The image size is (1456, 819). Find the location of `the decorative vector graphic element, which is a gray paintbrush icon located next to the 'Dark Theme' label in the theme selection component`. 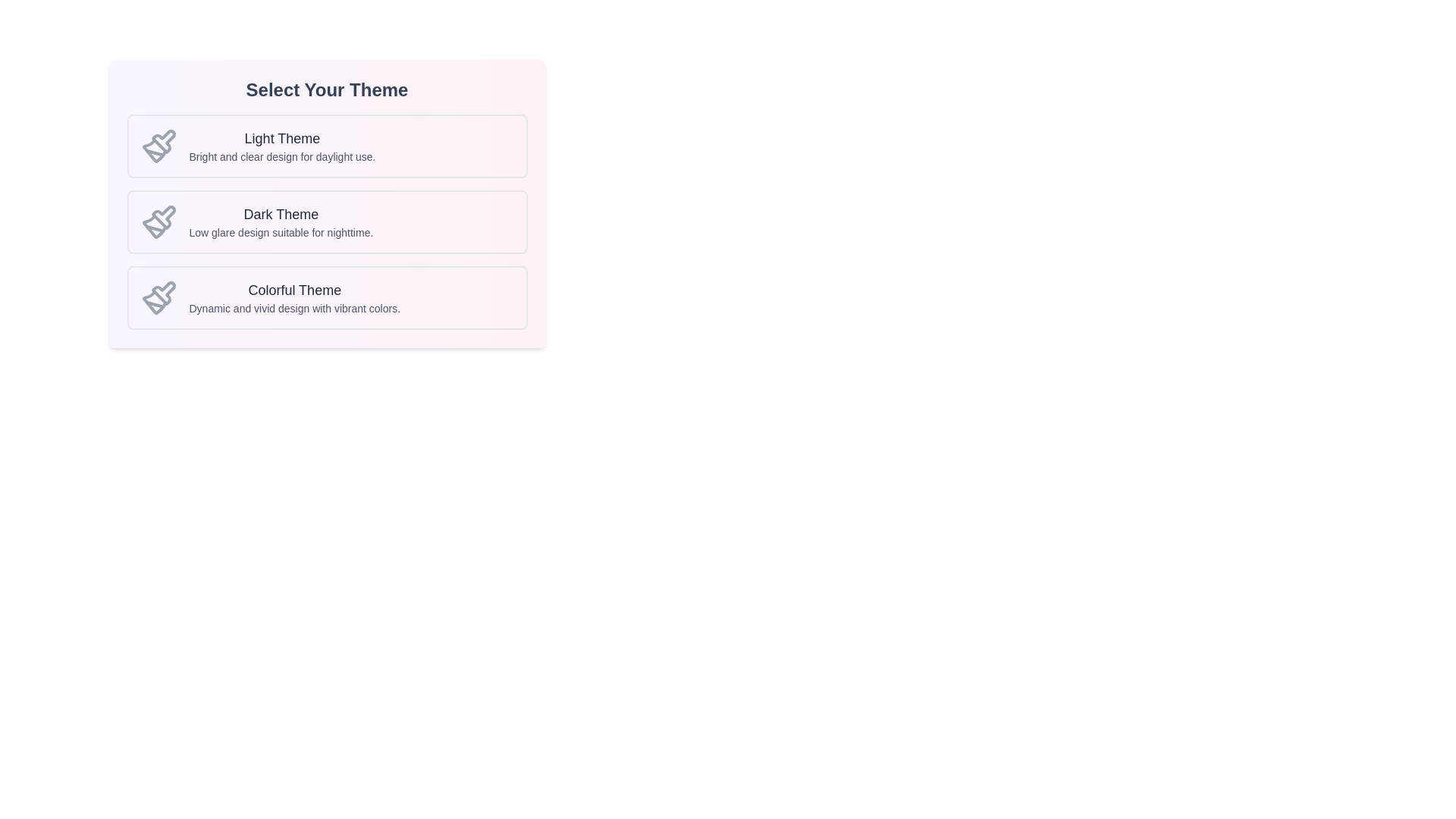

the decorative vector graphic element, which is a gray paintbrush icon located next to the 'Dark Theme' label in the theme selection component is located at coordinates (155, 228).